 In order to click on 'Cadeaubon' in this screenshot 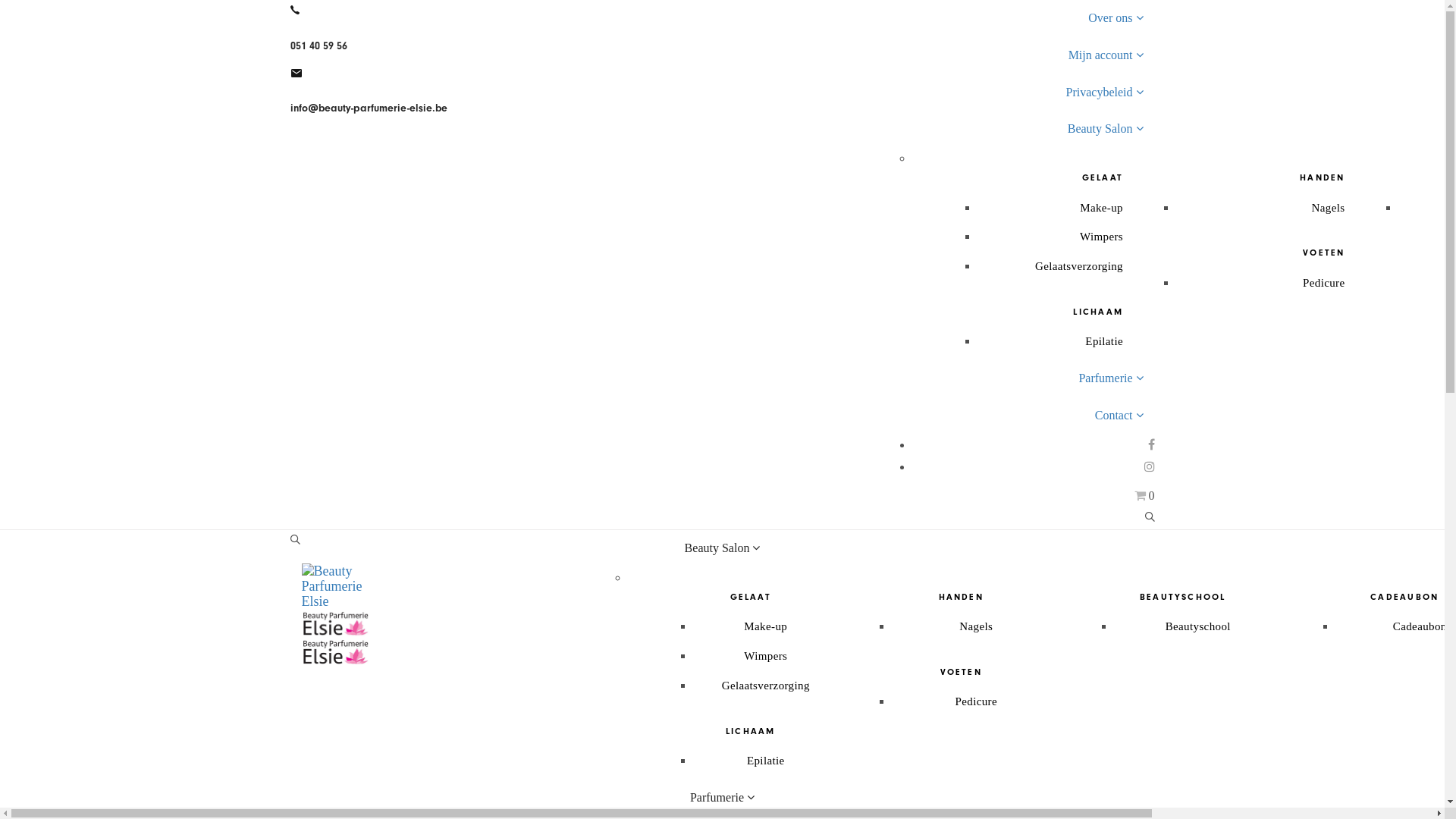, I will do `click(1419, 626)`.